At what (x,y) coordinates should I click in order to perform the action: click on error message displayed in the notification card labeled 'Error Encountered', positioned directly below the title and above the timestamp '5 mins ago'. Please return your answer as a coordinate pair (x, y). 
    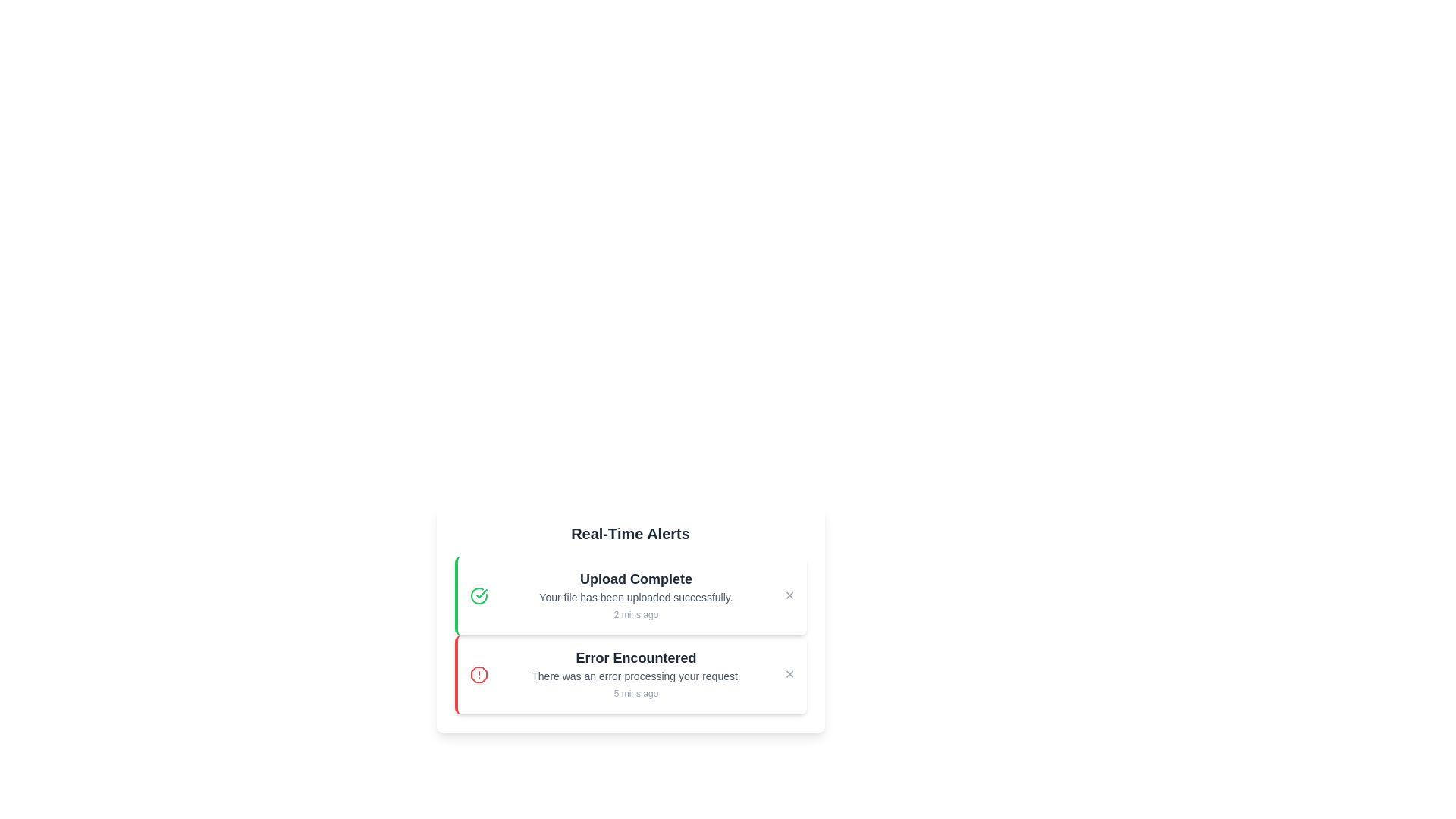
    Looking at the image, I should click on (636, 675).